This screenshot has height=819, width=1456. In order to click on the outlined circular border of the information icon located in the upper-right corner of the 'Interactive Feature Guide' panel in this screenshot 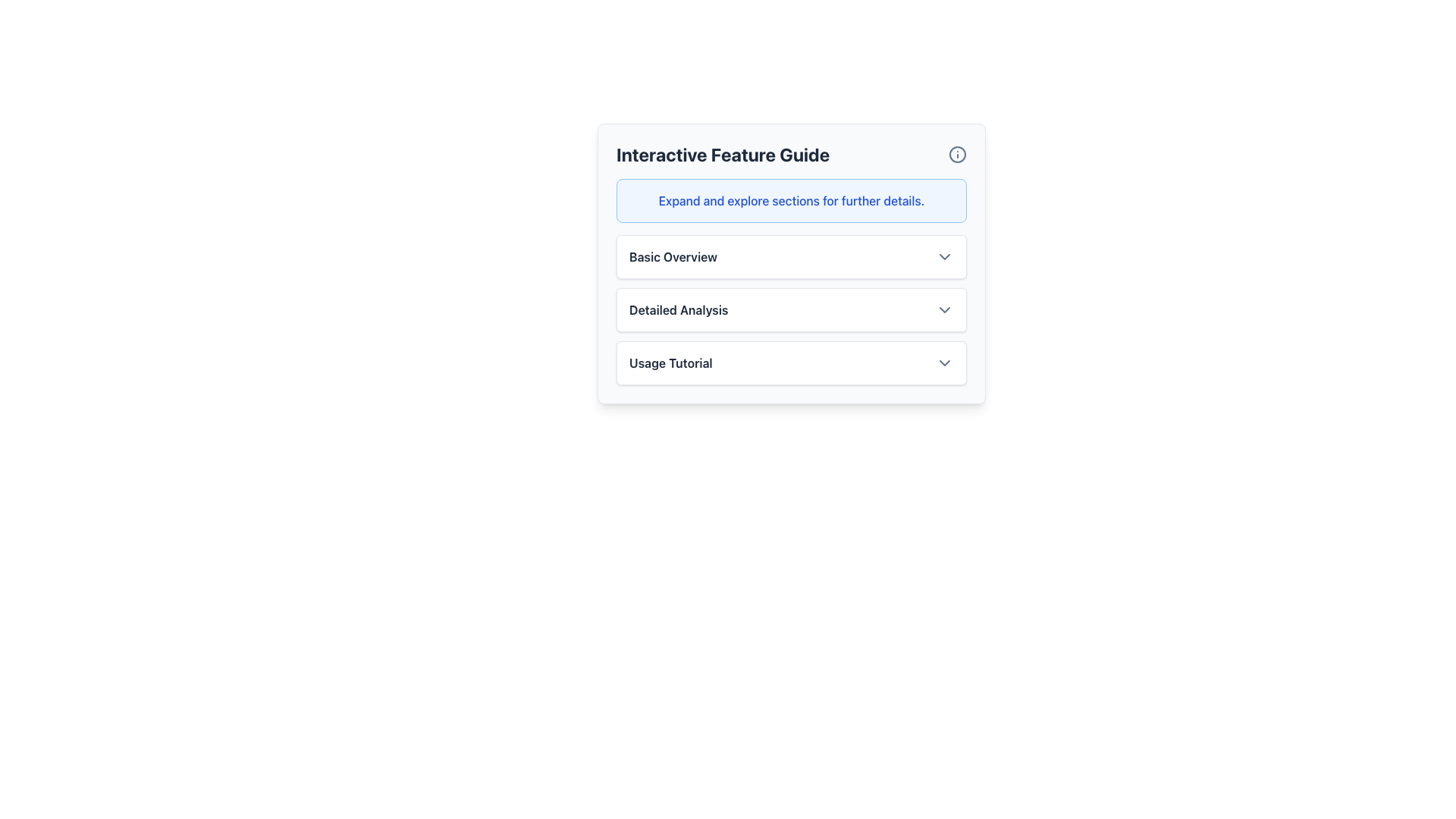, I will do `click(956, 155)`.